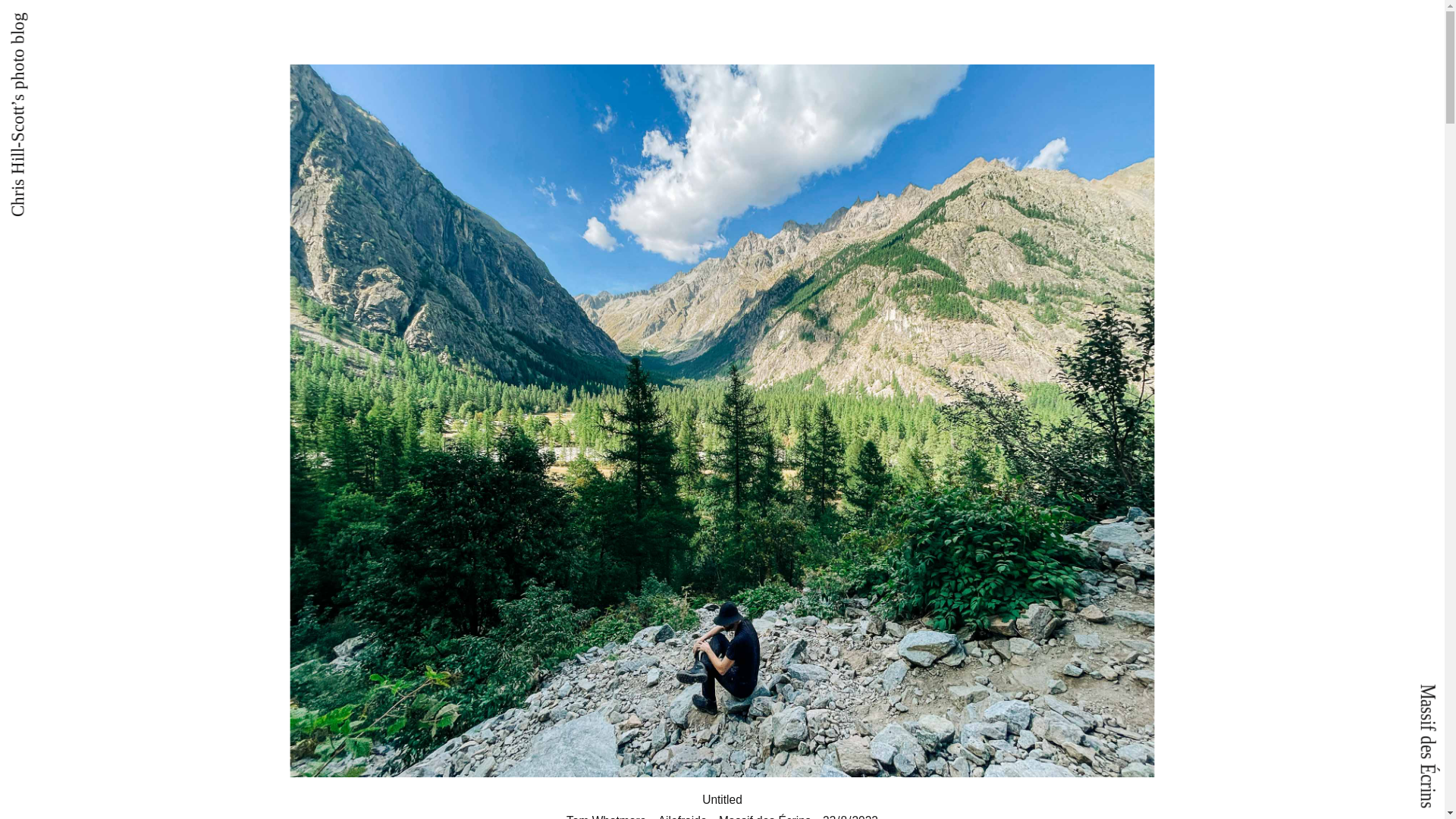 This screenshot has width=1456, height=819. I want to click on 'Untitled', so click(722, 799).